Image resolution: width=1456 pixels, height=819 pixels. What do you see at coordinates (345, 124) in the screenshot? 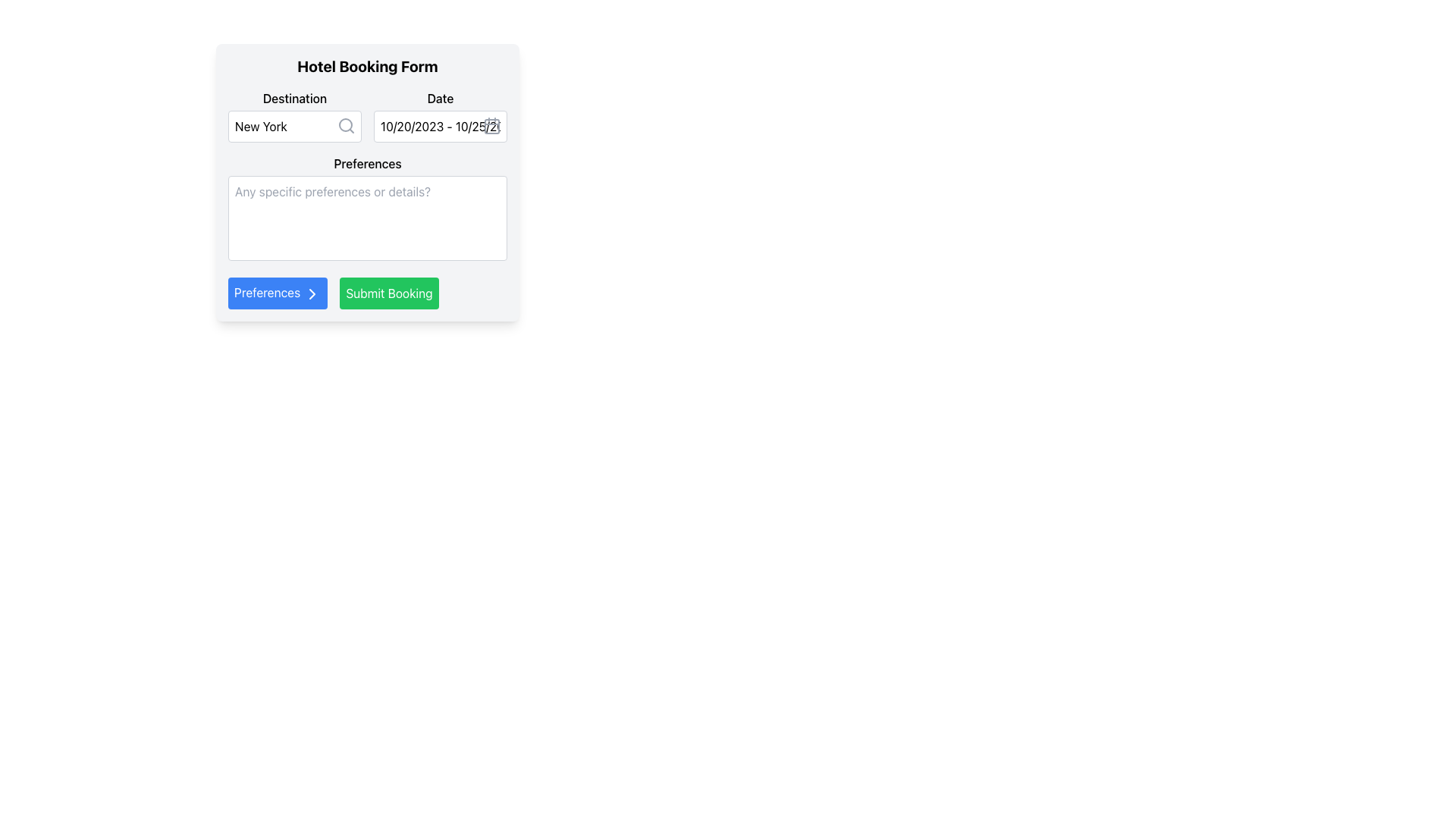
I see `the search icon located near the top-right inside edge of the 'Destination' input box to initiate a search action` at bounding box center [345, 124].